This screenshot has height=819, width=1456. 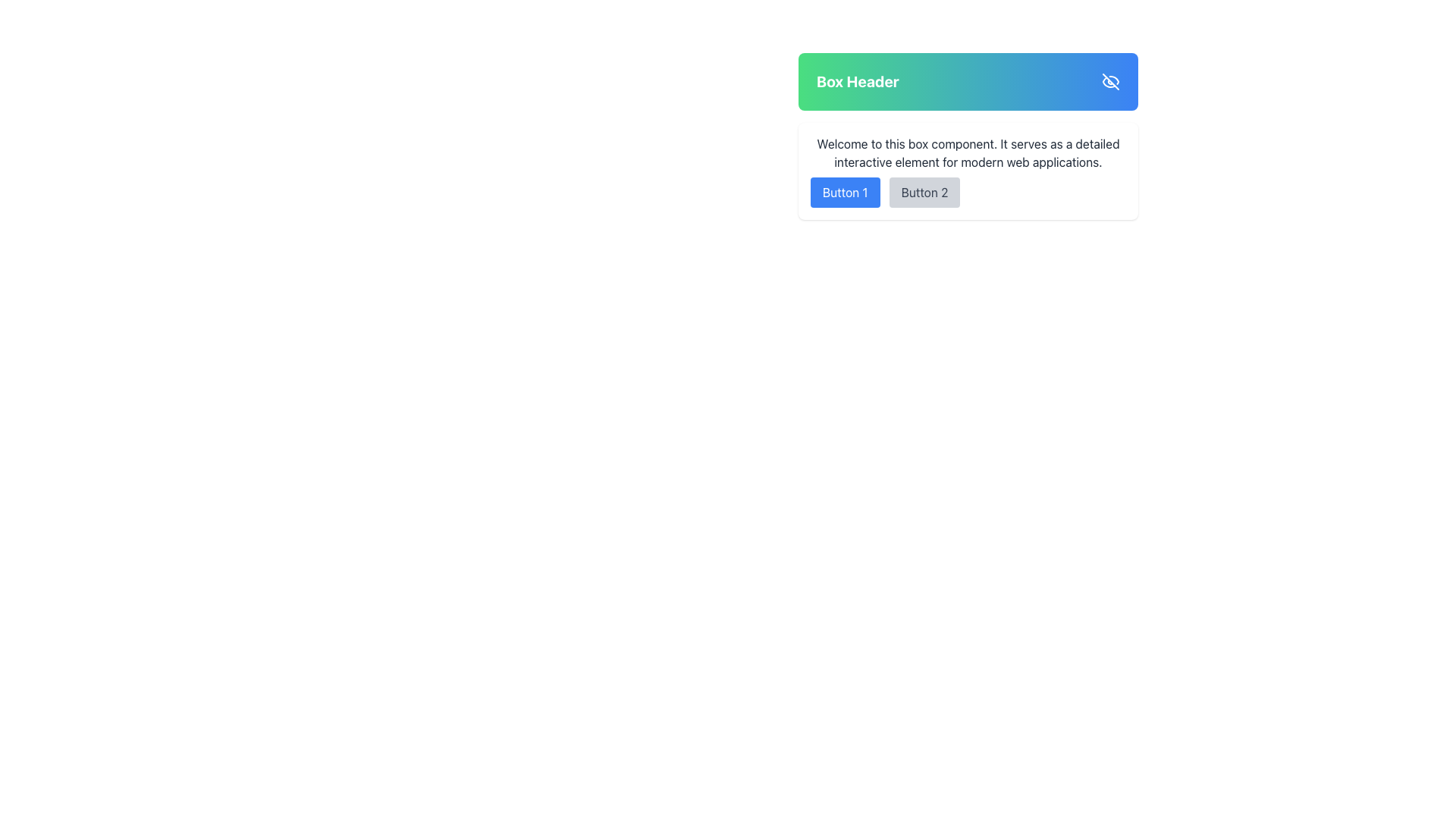 I want to click on the Header Component which serves as a title bar above the content and buttons, so click(x=967, y=82).